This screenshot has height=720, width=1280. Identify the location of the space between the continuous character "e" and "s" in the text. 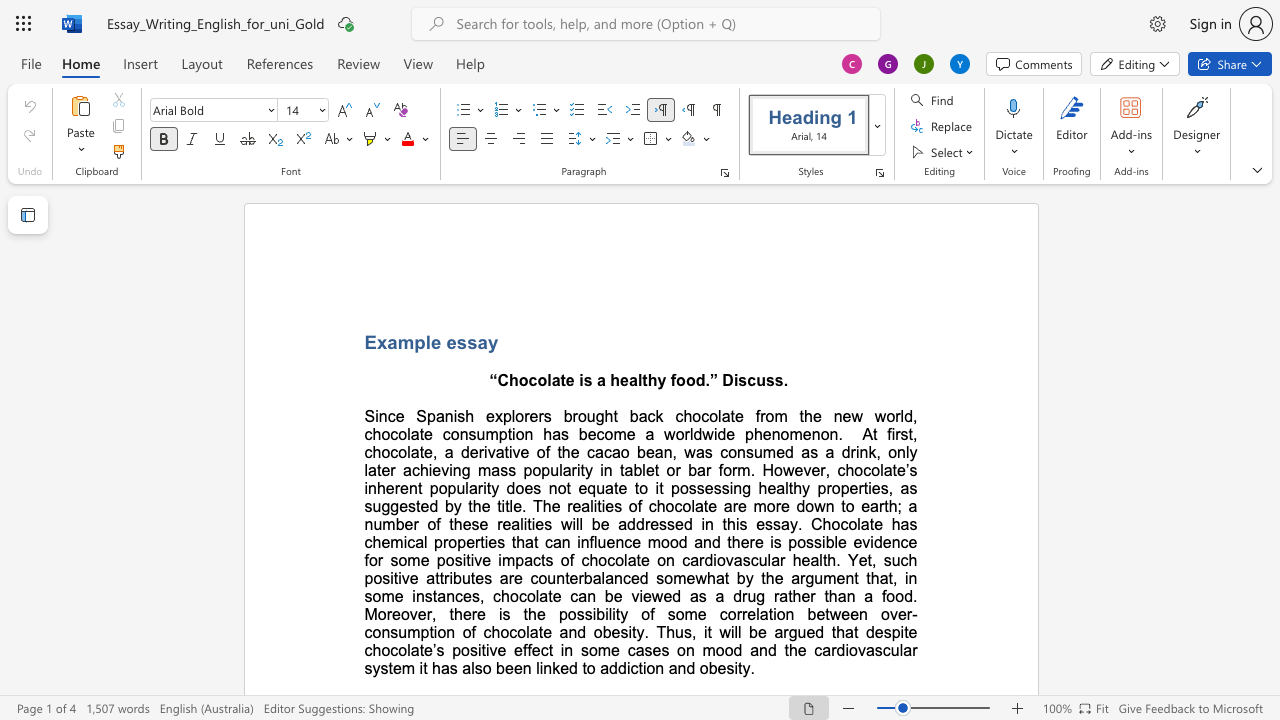
(455, 341).